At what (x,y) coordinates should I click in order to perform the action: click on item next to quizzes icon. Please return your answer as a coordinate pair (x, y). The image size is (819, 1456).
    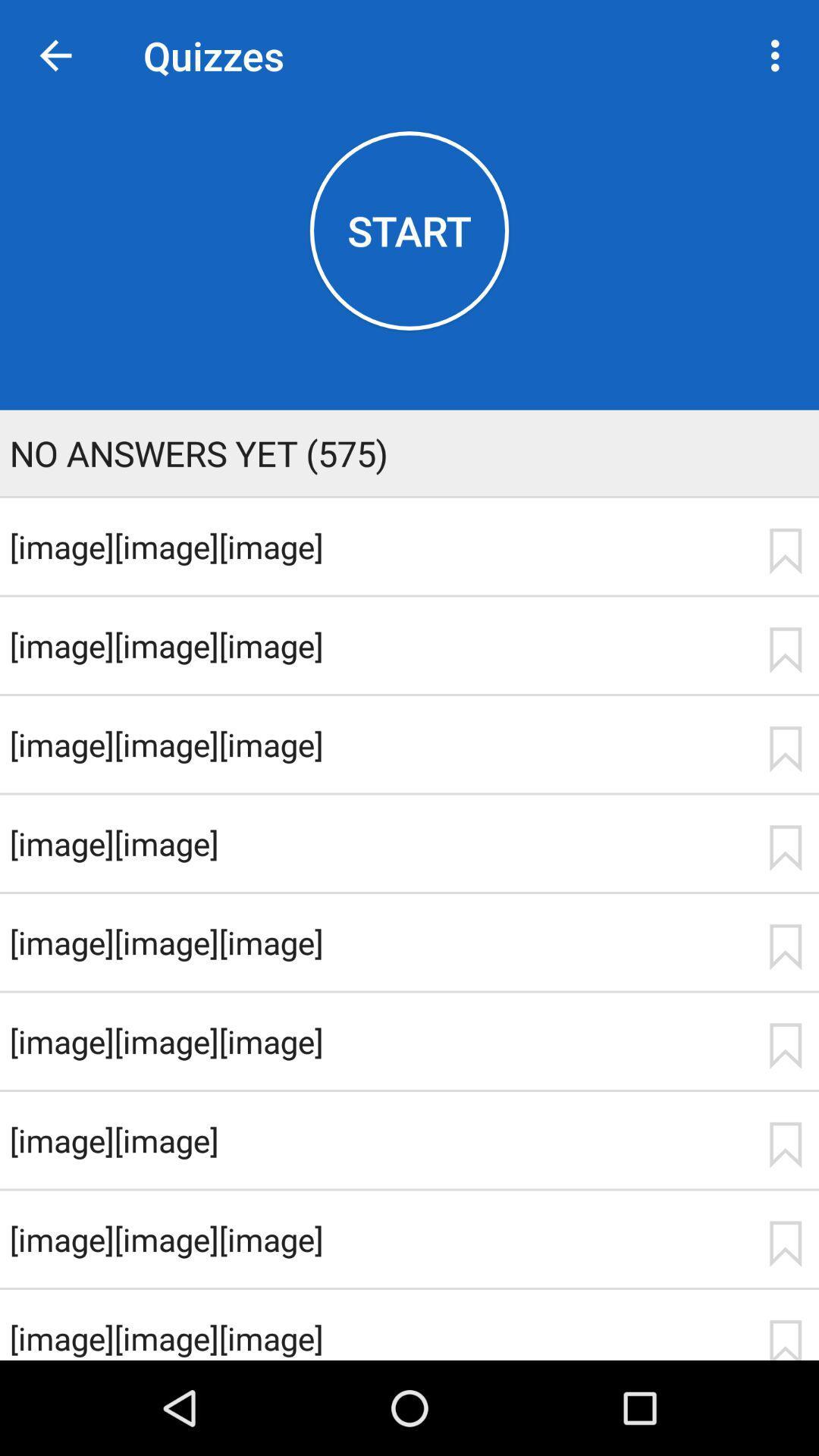
    Looking at the image, I should click on (55, 55).